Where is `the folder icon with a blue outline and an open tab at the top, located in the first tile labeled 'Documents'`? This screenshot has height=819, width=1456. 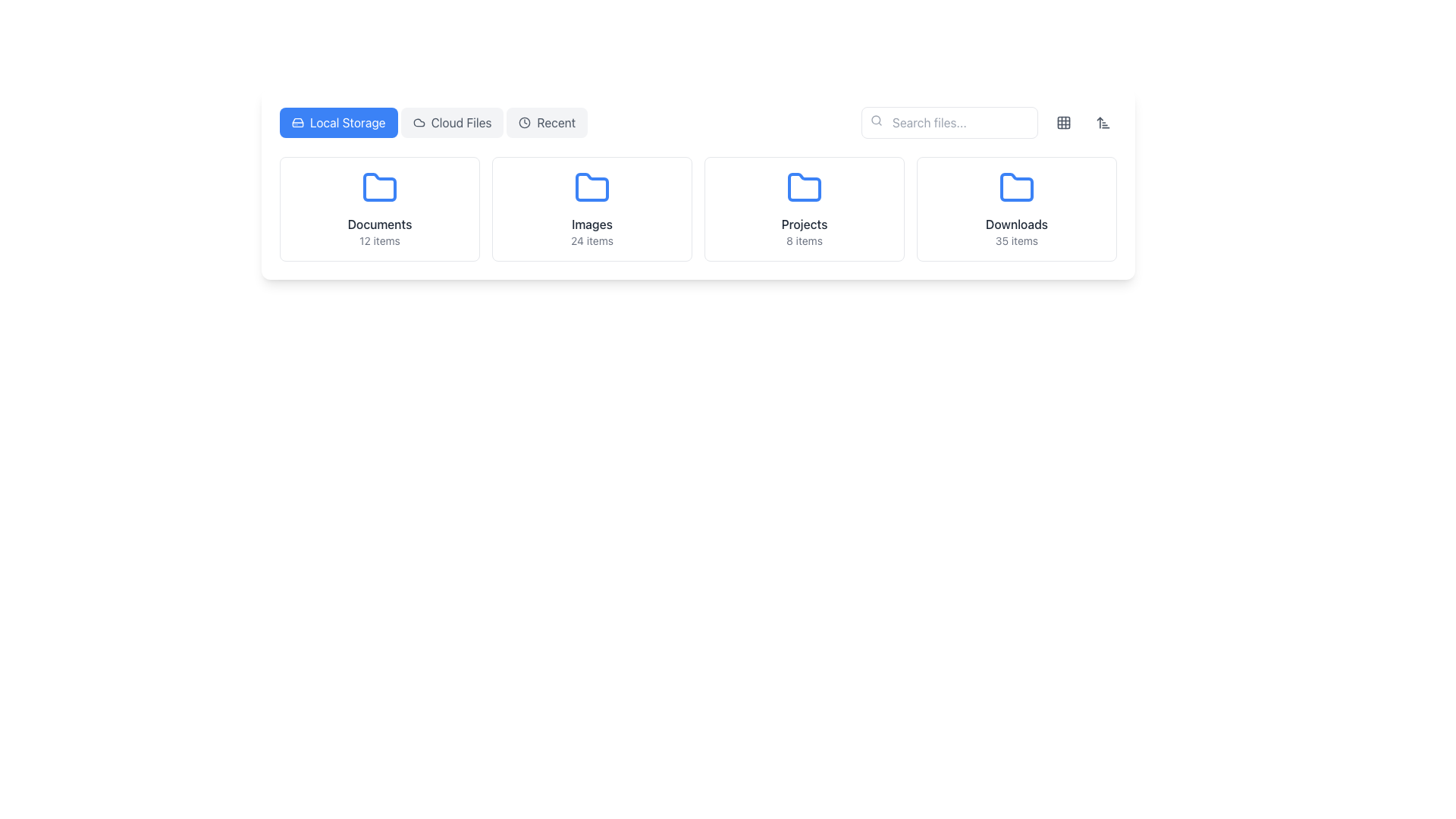
the folder icon with a blue outline and an open tab at the top, located in the first tile labeled 'Documents' is located at coordinates (379, 186).